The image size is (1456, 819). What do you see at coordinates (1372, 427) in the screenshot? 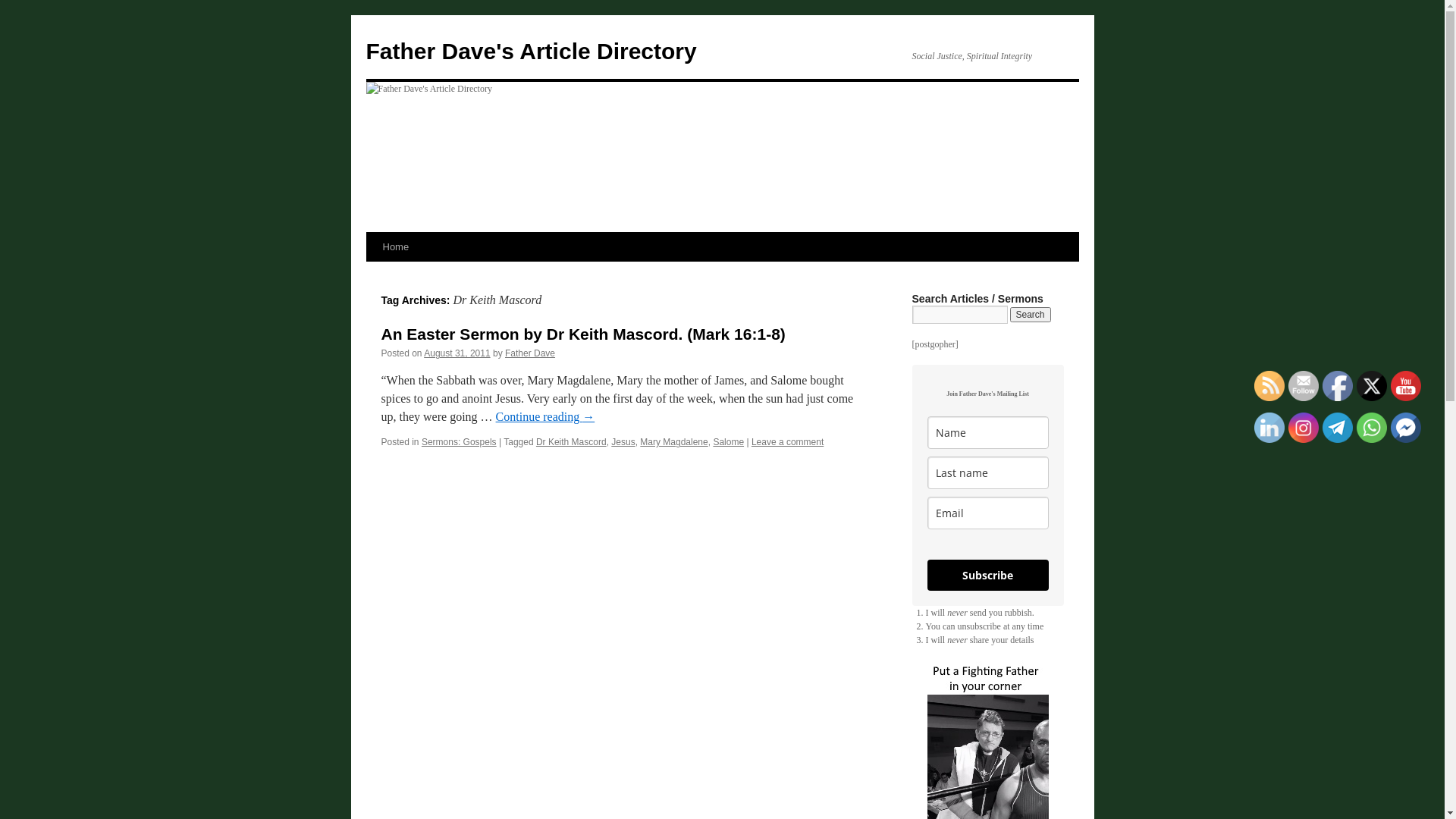
I see `'WhatsApp'` at bounding box center [1372, 427].